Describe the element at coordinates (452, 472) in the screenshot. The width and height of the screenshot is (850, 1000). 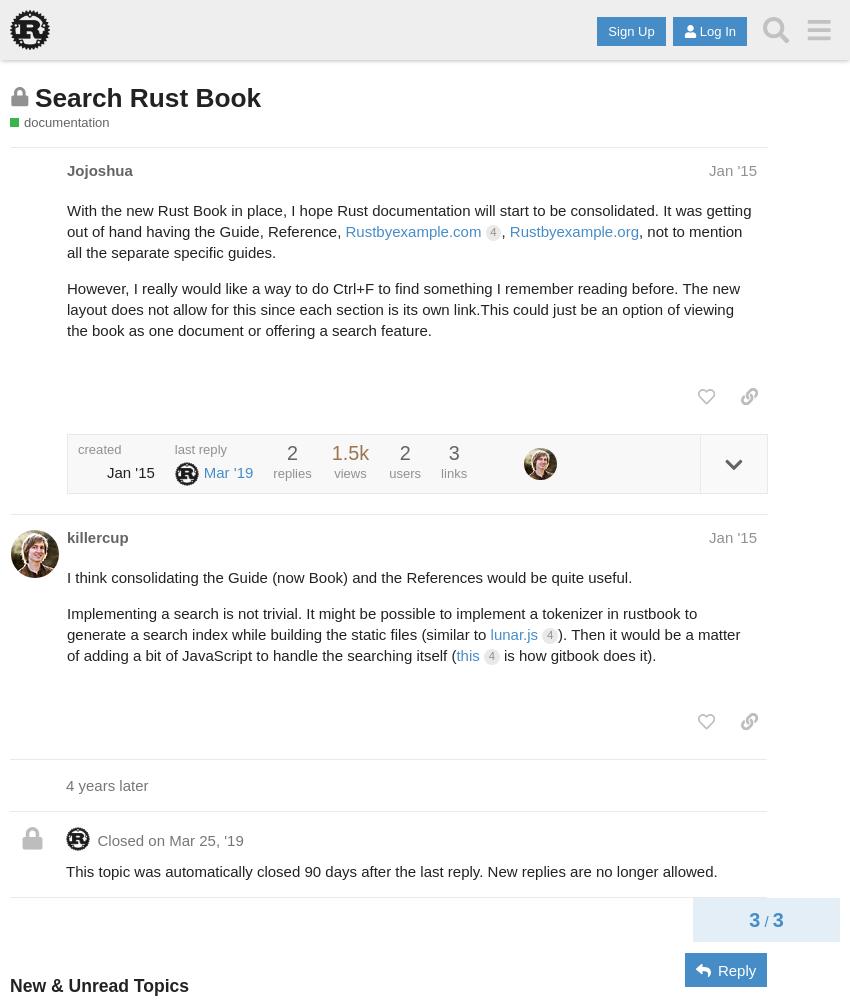
I see `'links'` at that location.